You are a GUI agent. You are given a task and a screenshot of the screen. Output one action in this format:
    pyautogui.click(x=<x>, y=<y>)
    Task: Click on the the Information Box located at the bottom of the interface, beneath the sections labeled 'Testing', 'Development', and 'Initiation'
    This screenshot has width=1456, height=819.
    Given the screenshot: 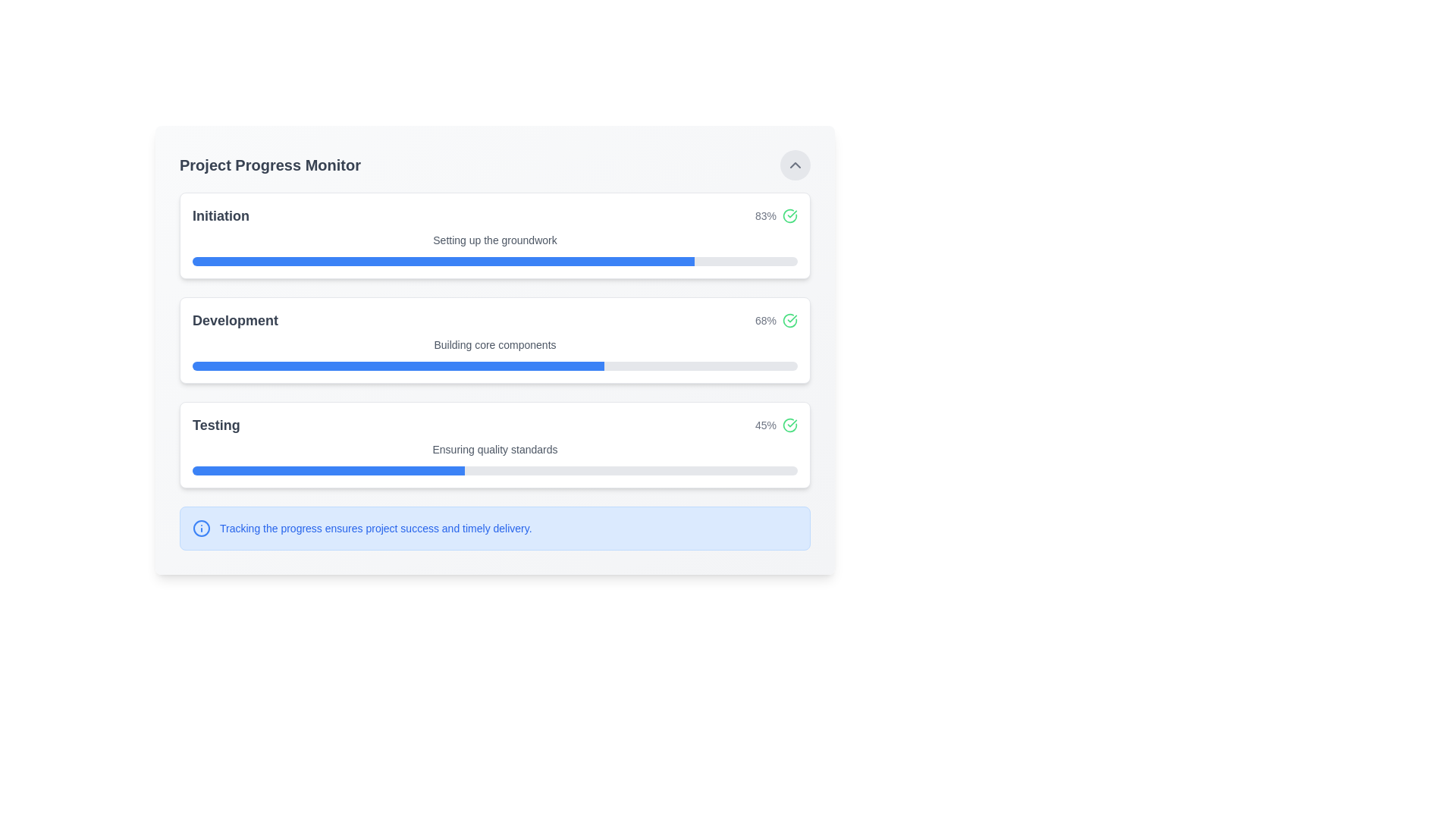 What is the action you would take?
    pyautogui.click(x=494, y=528)
    